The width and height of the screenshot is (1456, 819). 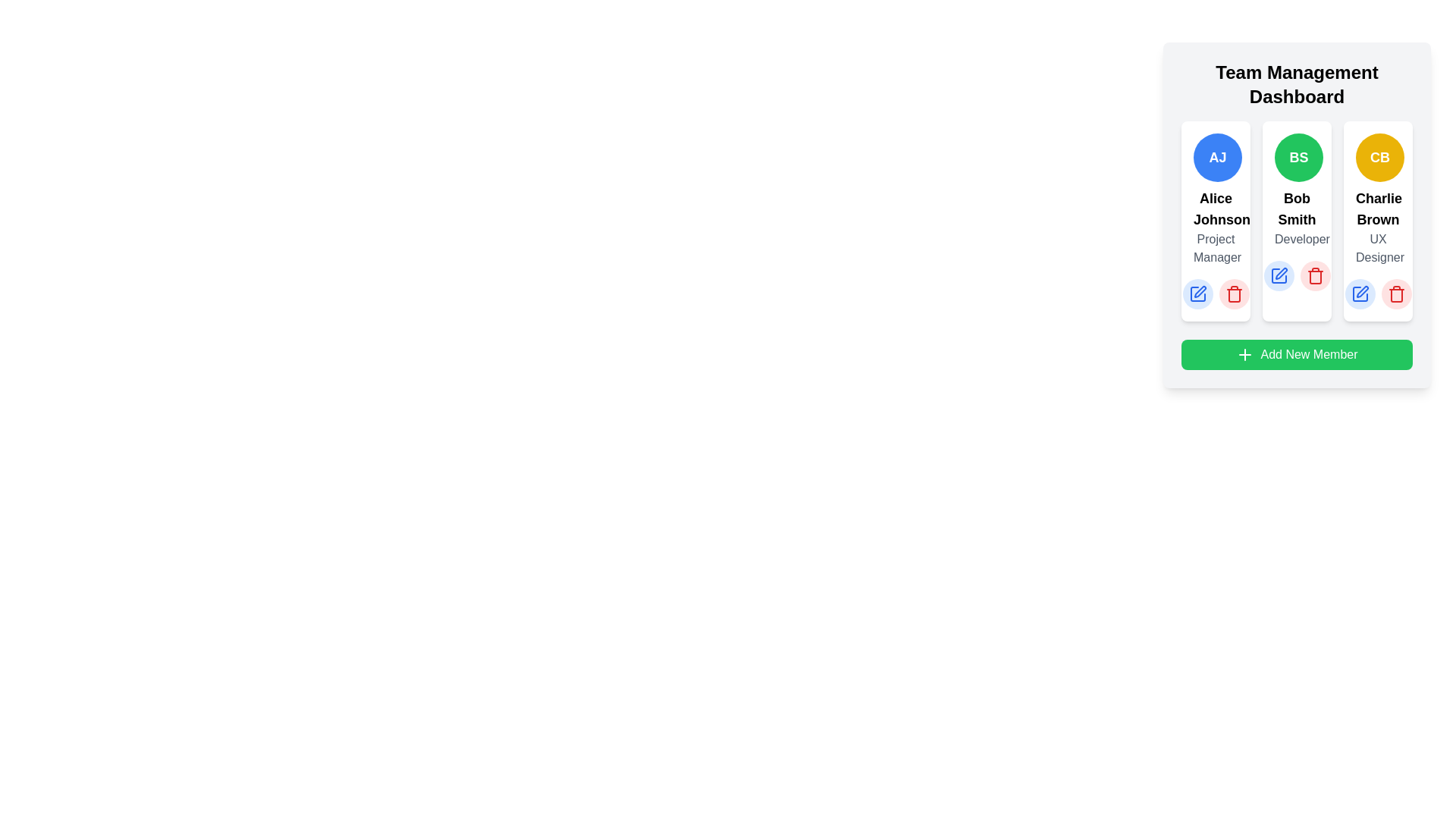 What do you see at coordinates (1245, 354) in the screenshot?
I see `the interactive SVG icon located on the 'Add New Member' green button, positioned at the bottom center of the interface` at bounding box center [1245, 354].